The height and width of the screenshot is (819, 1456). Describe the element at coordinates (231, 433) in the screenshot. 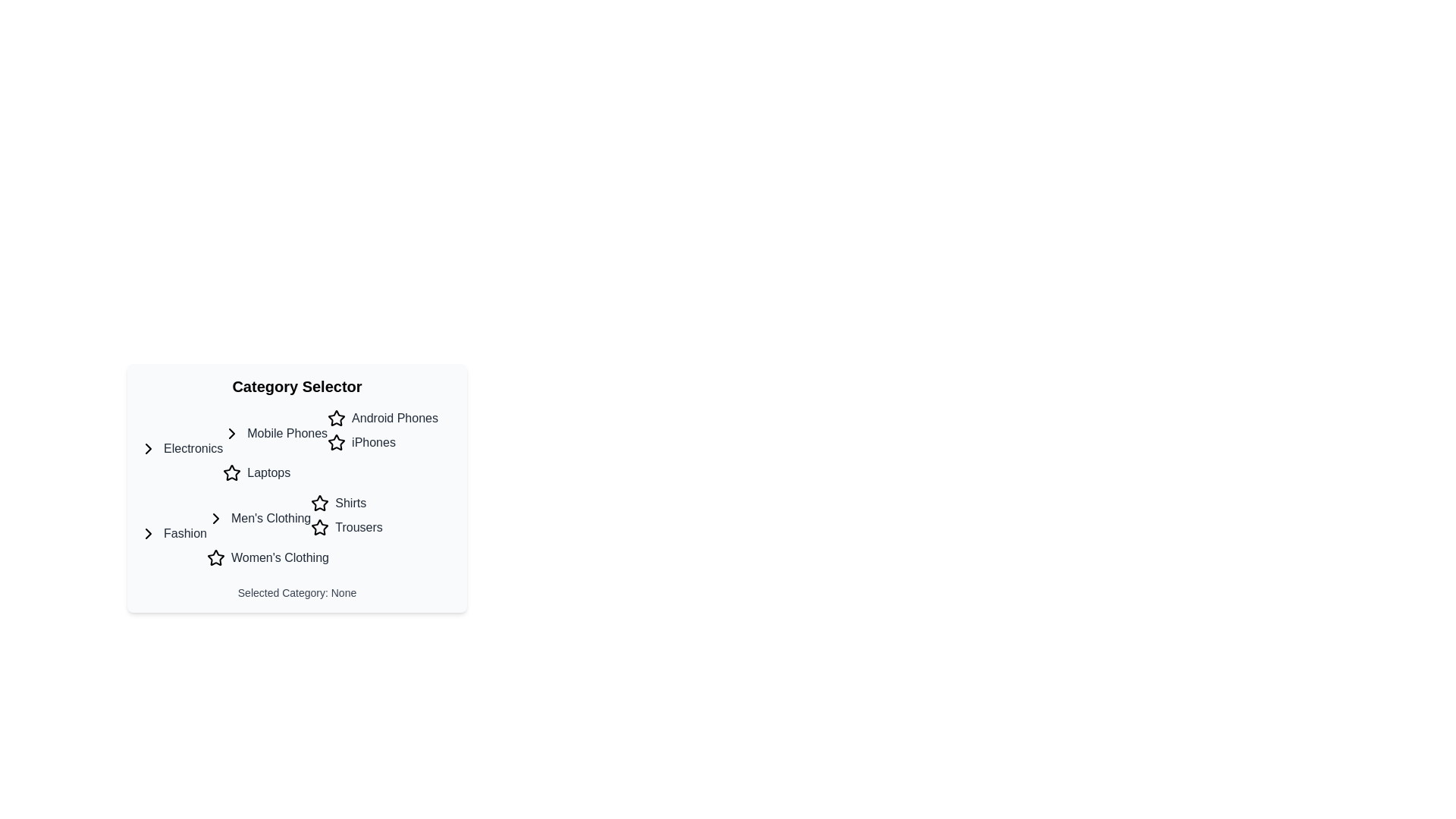

I see `the icon located to the immediate left of the 'Mobile Phones' text within the 'Electronics' category block to interact with the section` at that location.